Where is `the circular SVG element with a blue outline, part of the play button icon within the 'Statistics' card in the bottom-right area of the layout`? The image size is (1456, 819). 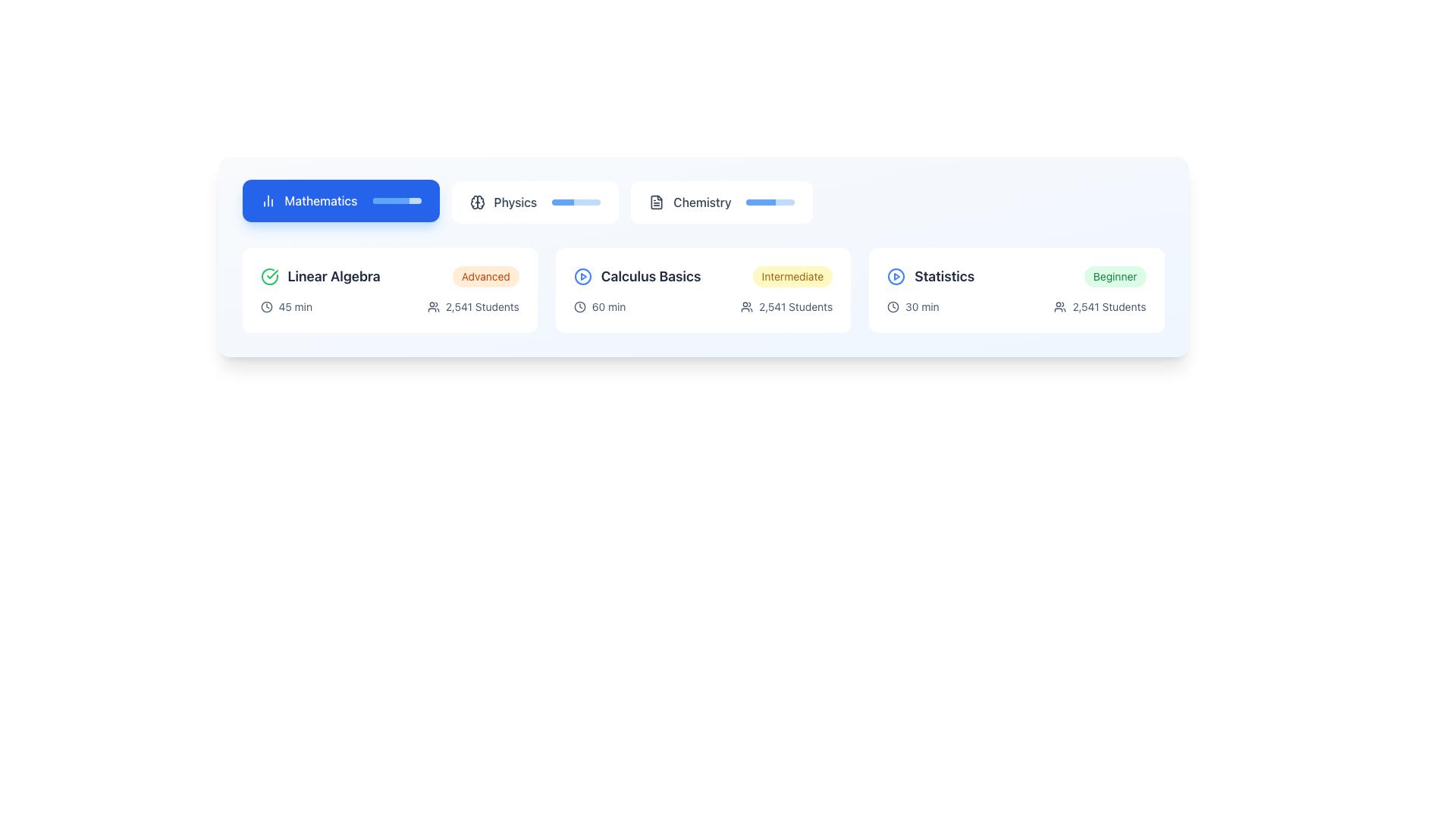 the circular SVG element with a blue outline, part of the play button icon within the 'Statistics' card in the bottom-right area of the layout is located at coordinates (896, 277).